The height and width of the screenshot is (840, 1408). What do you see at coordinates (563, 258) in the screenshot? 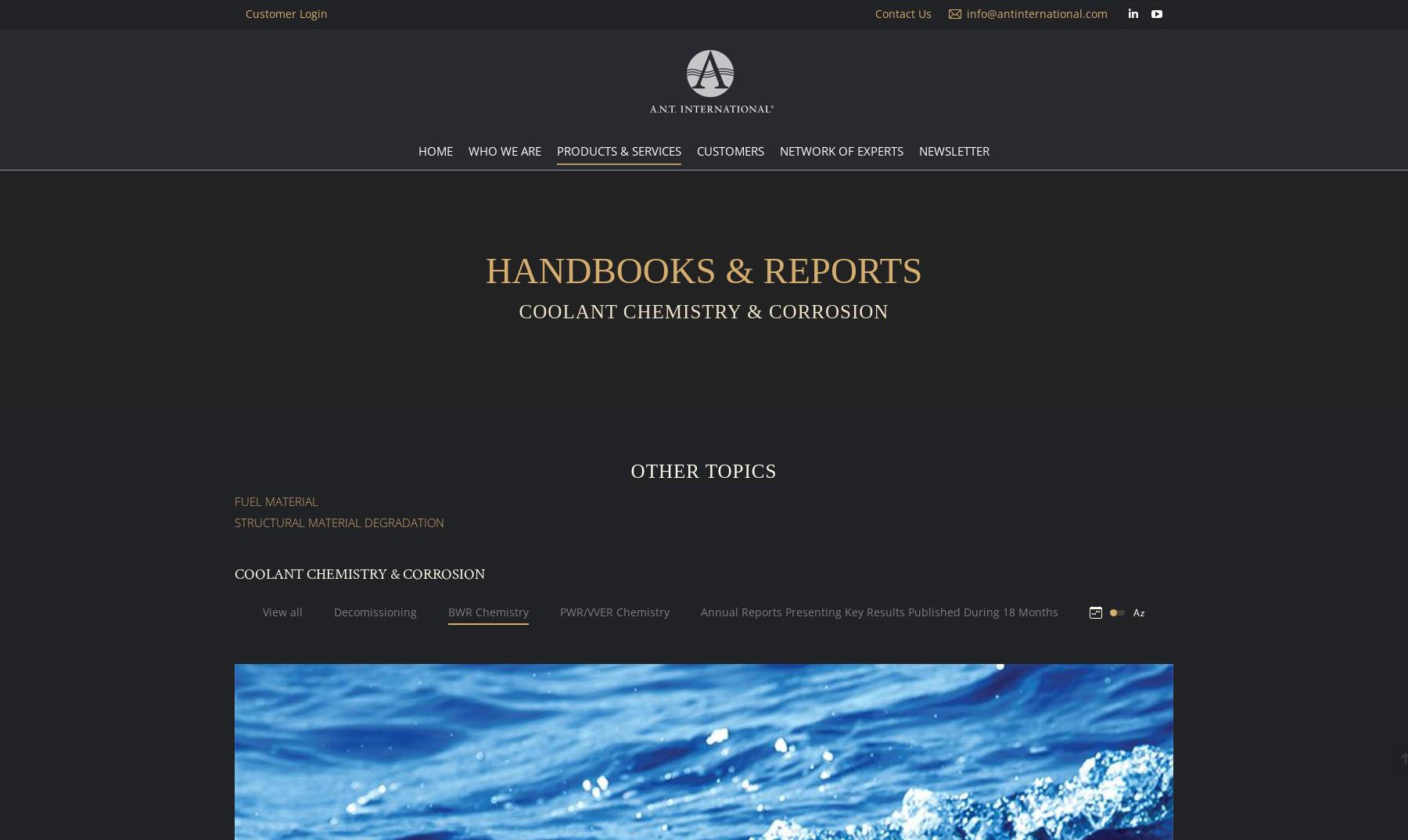
I see `'Fuel Reliability Code'` at bounding box center [563, 258].